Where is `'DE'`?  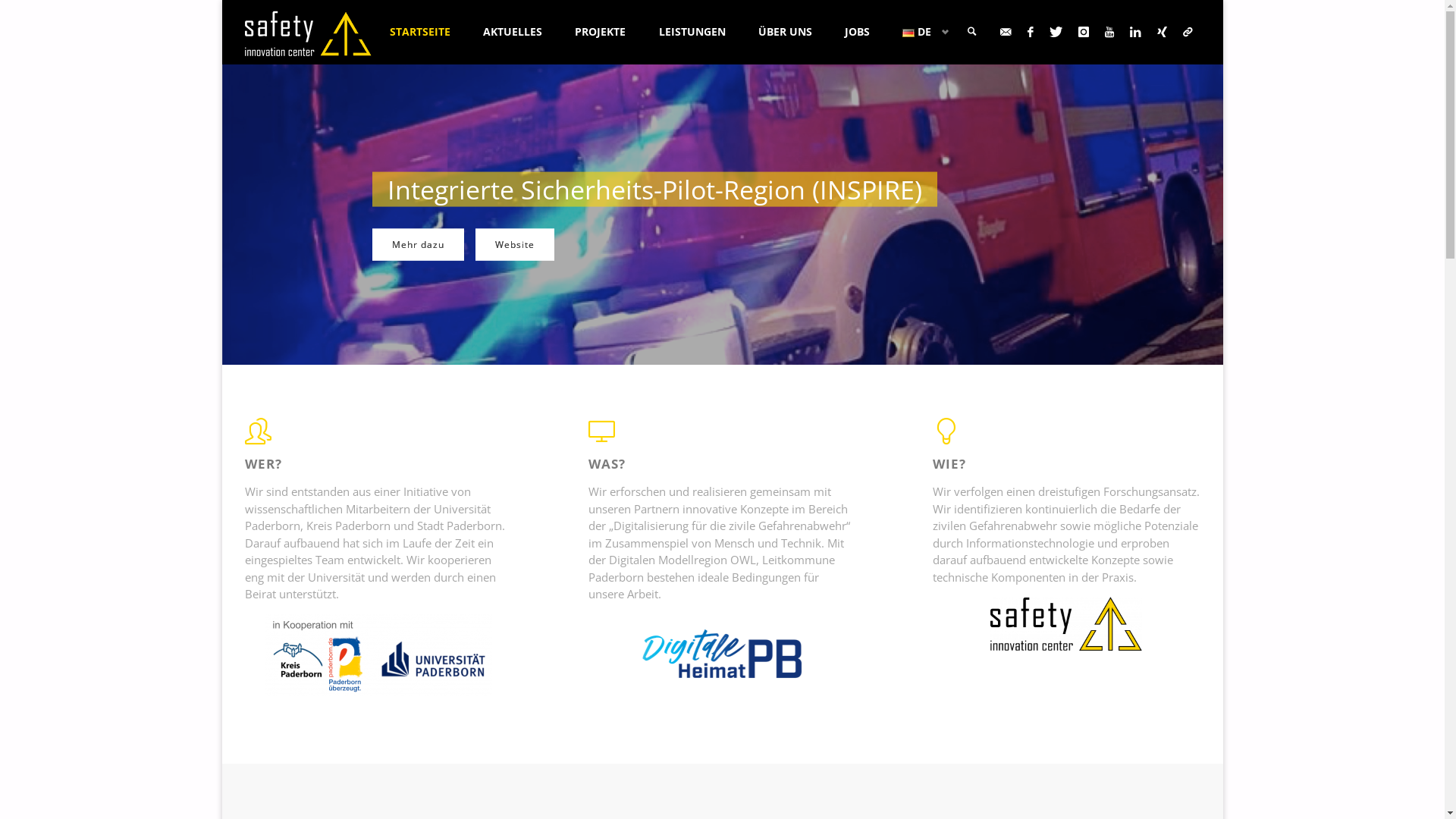
'DE' is located at coordinates (921, 32).